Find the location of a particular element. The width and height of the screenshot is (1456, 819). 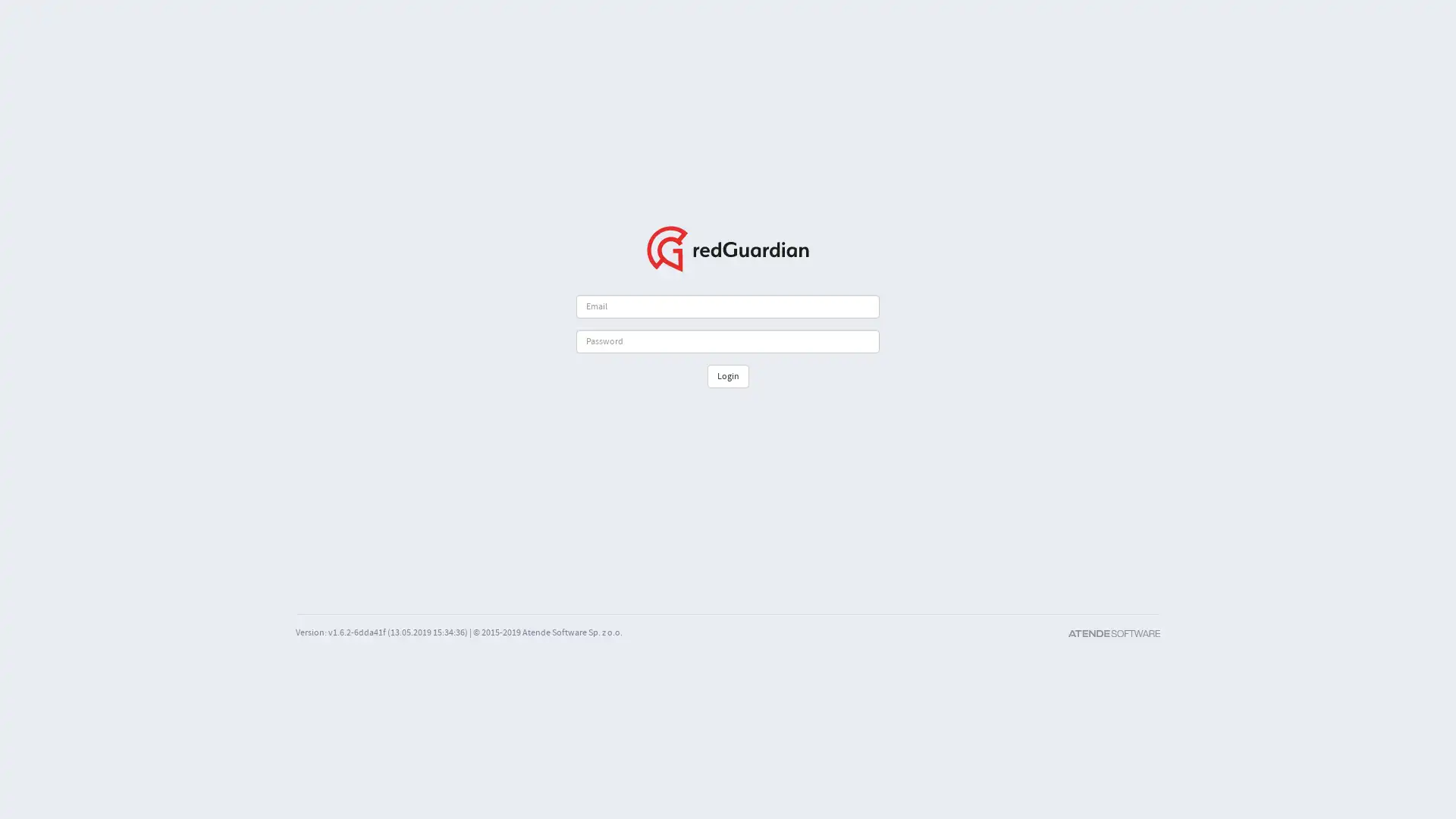

Login is located at coordinates (726, 375).